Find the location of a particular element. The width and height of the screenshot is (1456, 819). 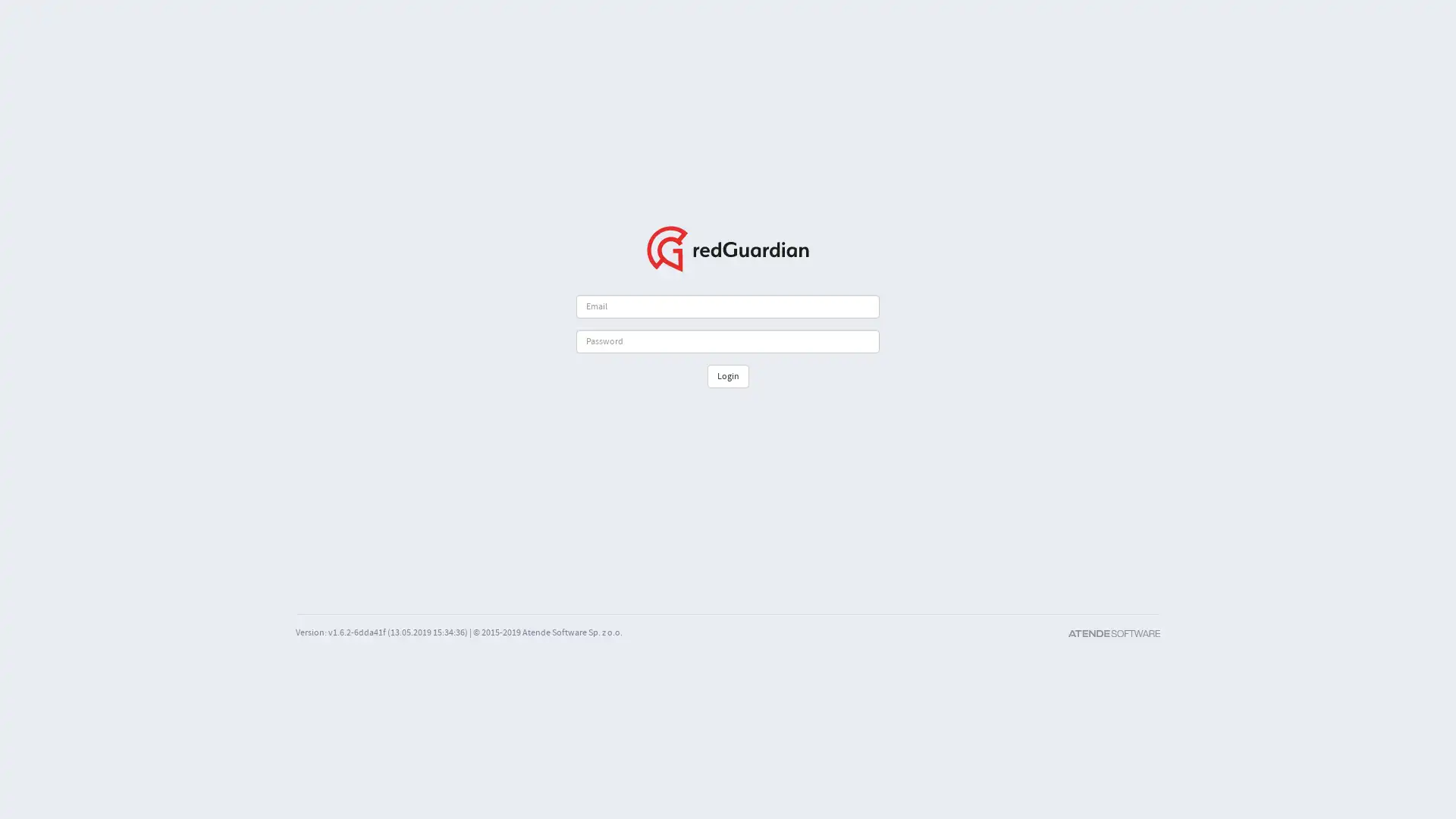

Login is located at coordinates (726, 375).